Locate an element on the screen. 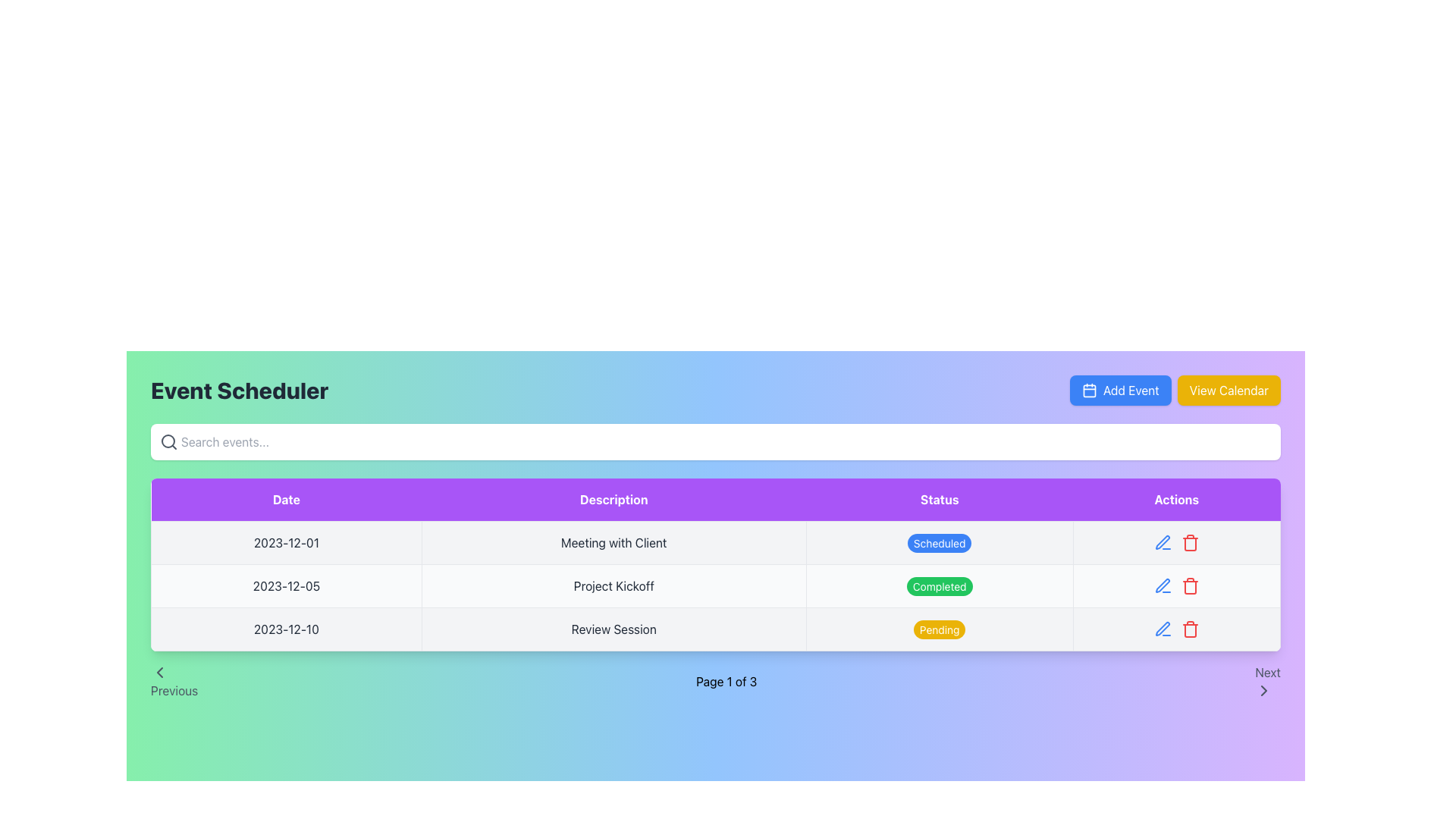 Image resolution: width=1456 pixels, height=819 pixels. the decorative icon within the 'Next' pagination button located at the bottom-right corner of the table interface is located at coordinates (1264, 690).